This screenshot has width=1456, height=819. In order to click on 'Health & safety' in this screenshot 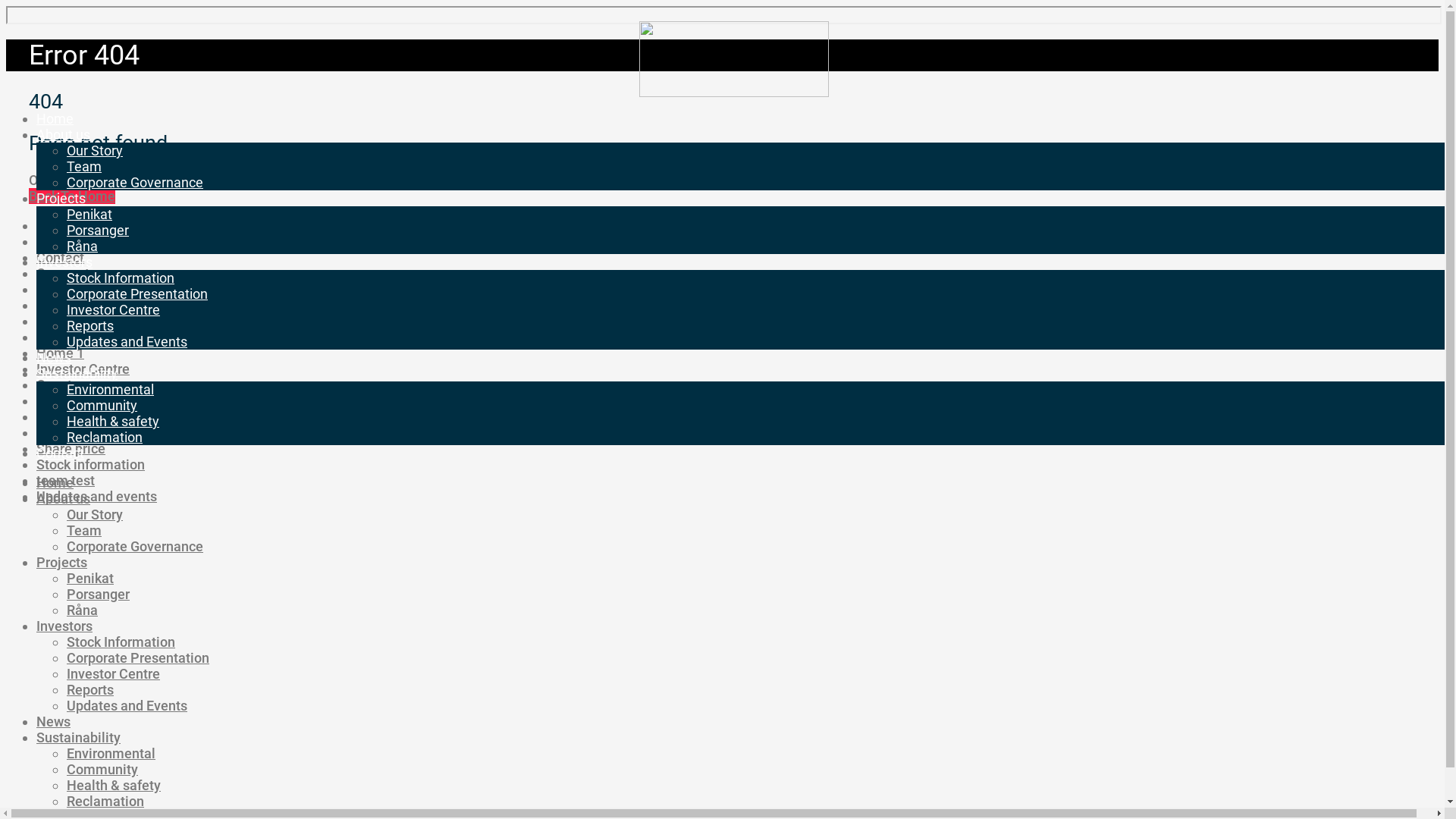, I will do `click(111, 421)`.